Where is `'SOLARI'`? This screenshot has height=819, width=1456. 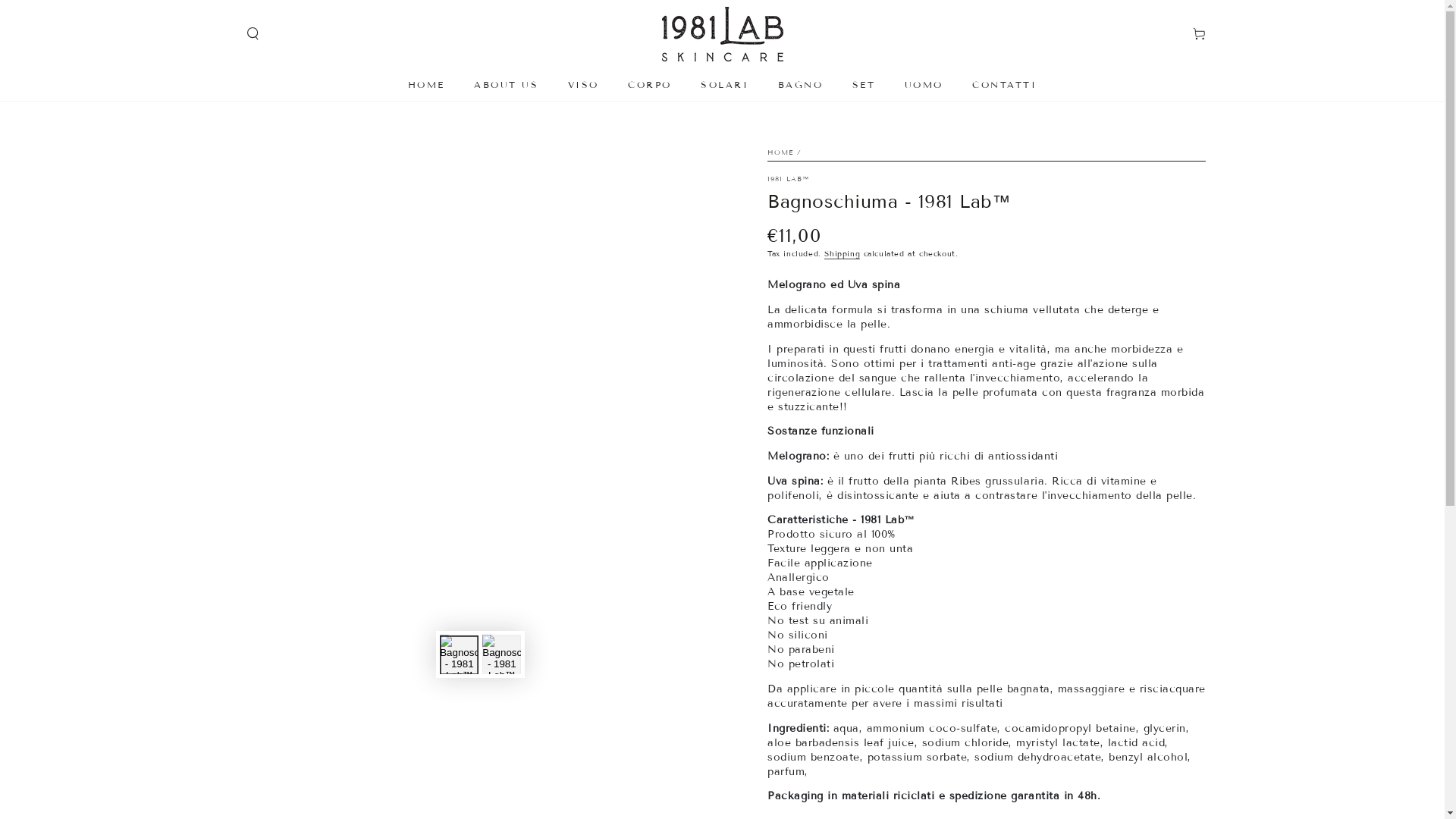
'SOLARI' is located at coordinates (723, 84).